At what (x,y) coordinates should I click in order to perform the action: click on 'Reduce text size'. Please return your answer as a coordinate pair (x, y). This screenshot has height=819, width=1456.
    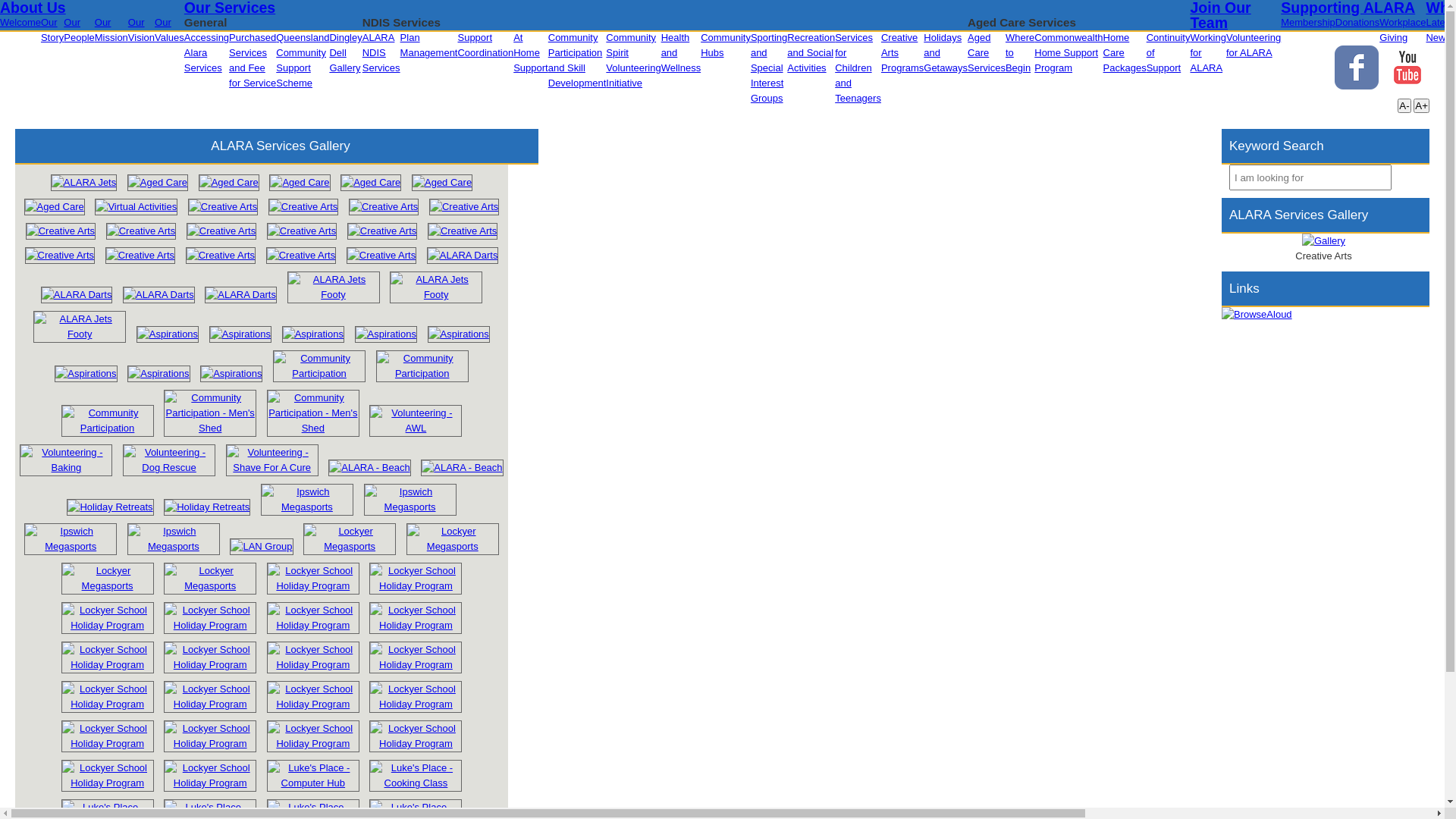
    Looking at the image, I should click on (1403, 105).